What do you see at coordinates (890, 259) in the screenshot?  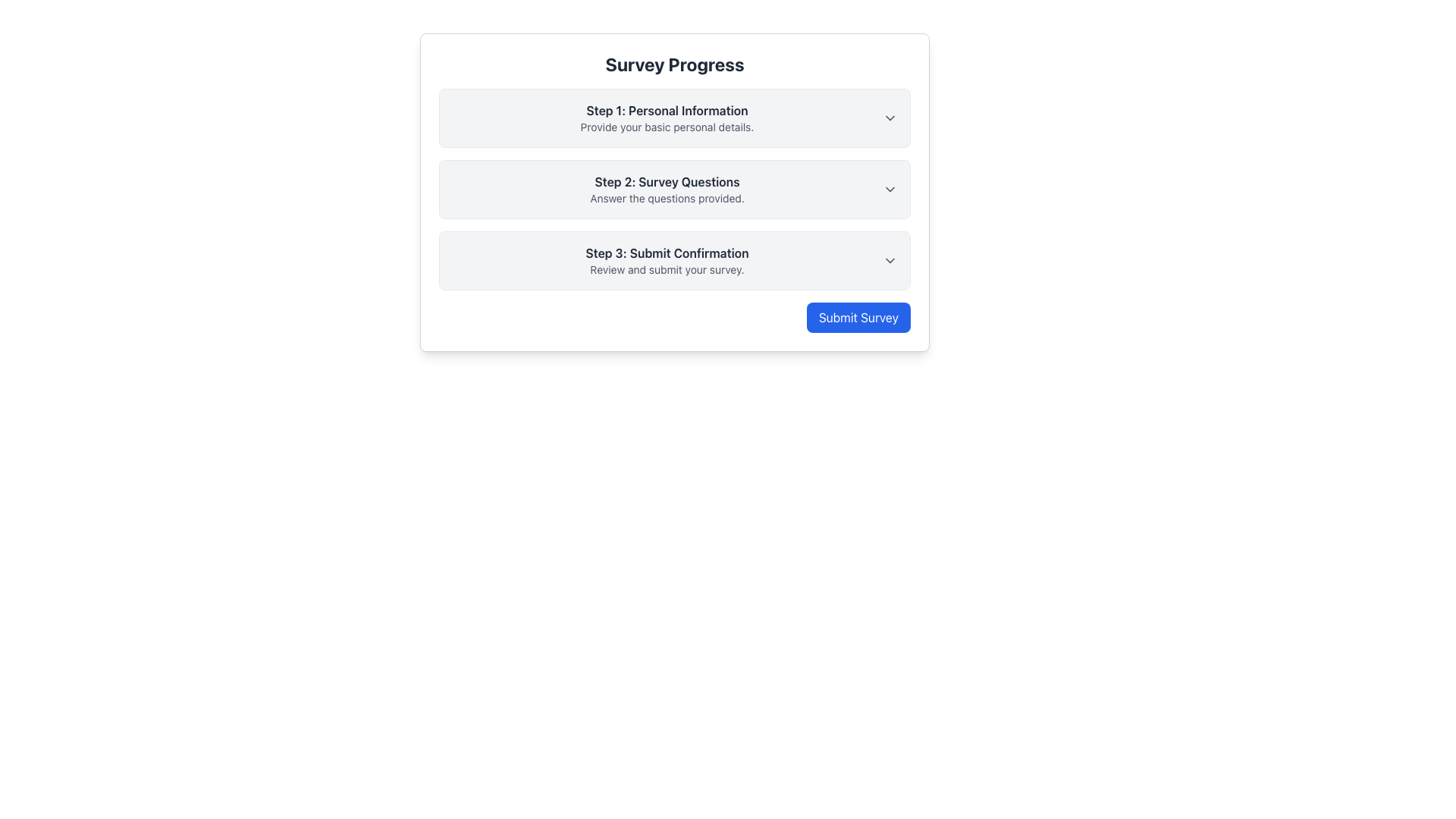 I see `the downward-pointing chevron icon styled with light gray color, located within the 'Step 3: Submit Confirmation' section` at bounding box center [890, 259].